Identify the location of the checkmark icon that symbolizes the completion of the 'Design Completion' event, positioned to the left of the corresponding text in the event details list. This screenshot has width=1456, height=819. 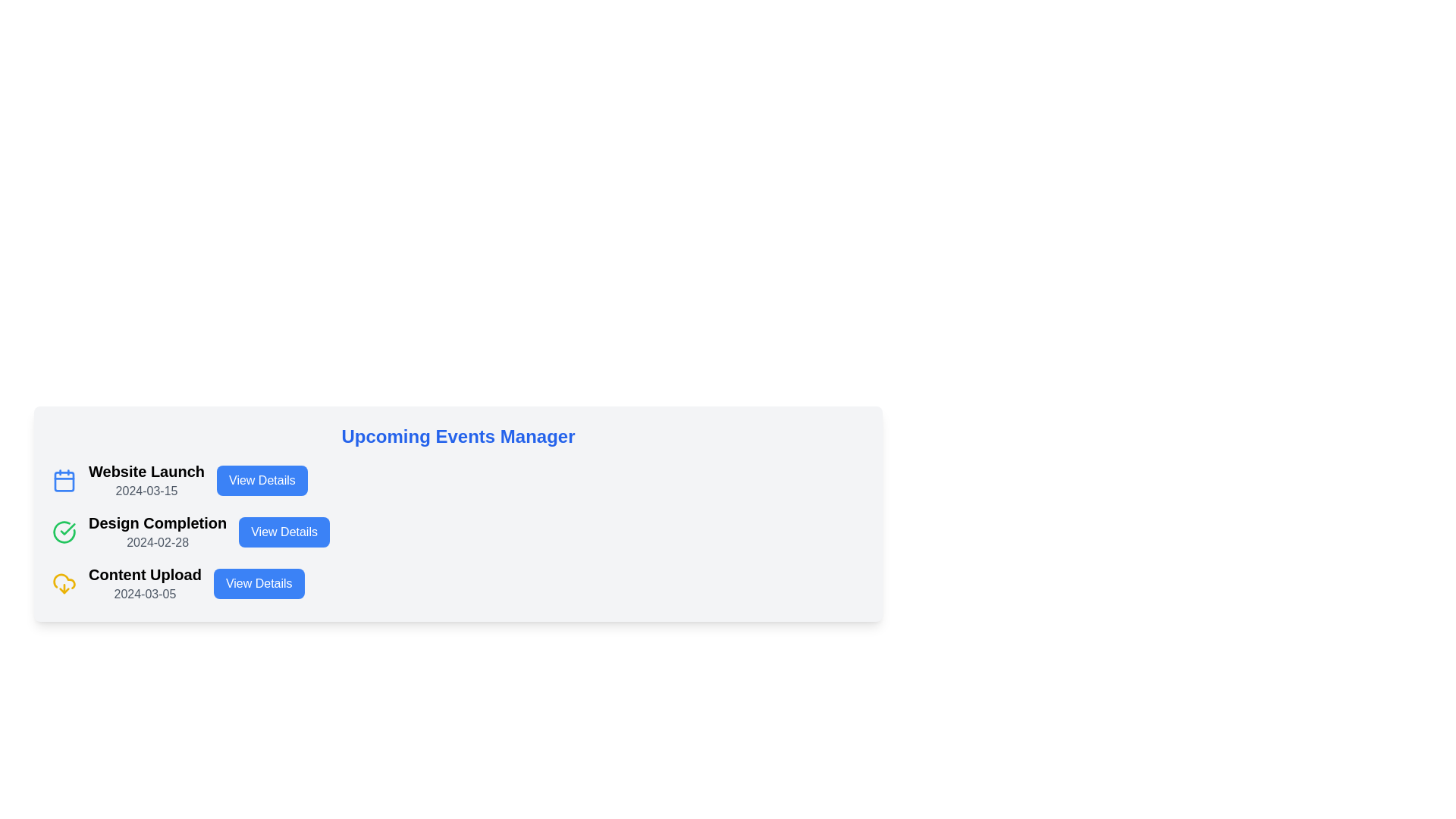
(67, 529).